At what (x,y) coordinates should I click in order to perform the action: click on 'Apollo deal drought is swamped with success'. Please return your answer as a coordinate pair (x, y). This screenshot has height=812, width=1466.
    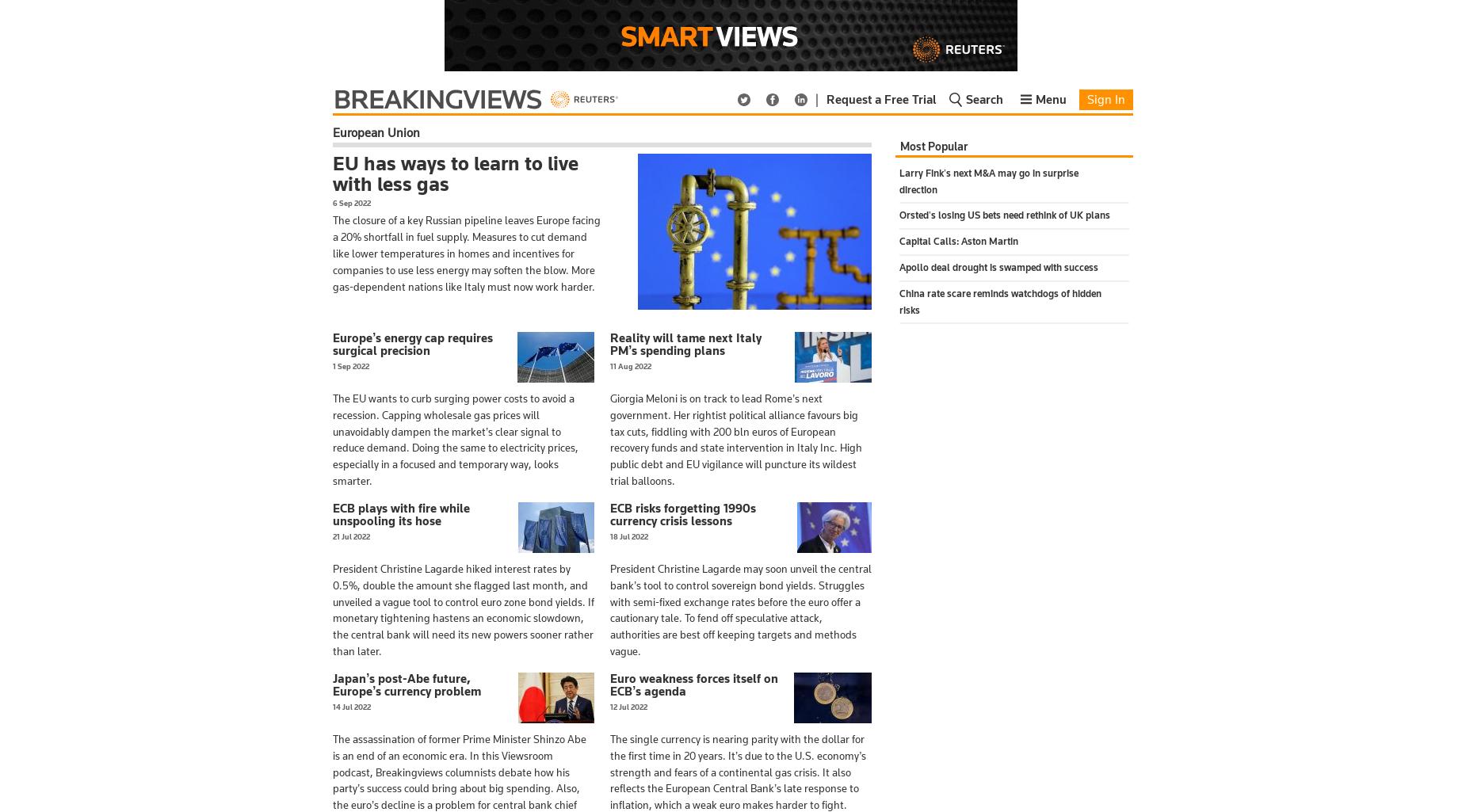
    Looking at the image, I should click on (898, 265).